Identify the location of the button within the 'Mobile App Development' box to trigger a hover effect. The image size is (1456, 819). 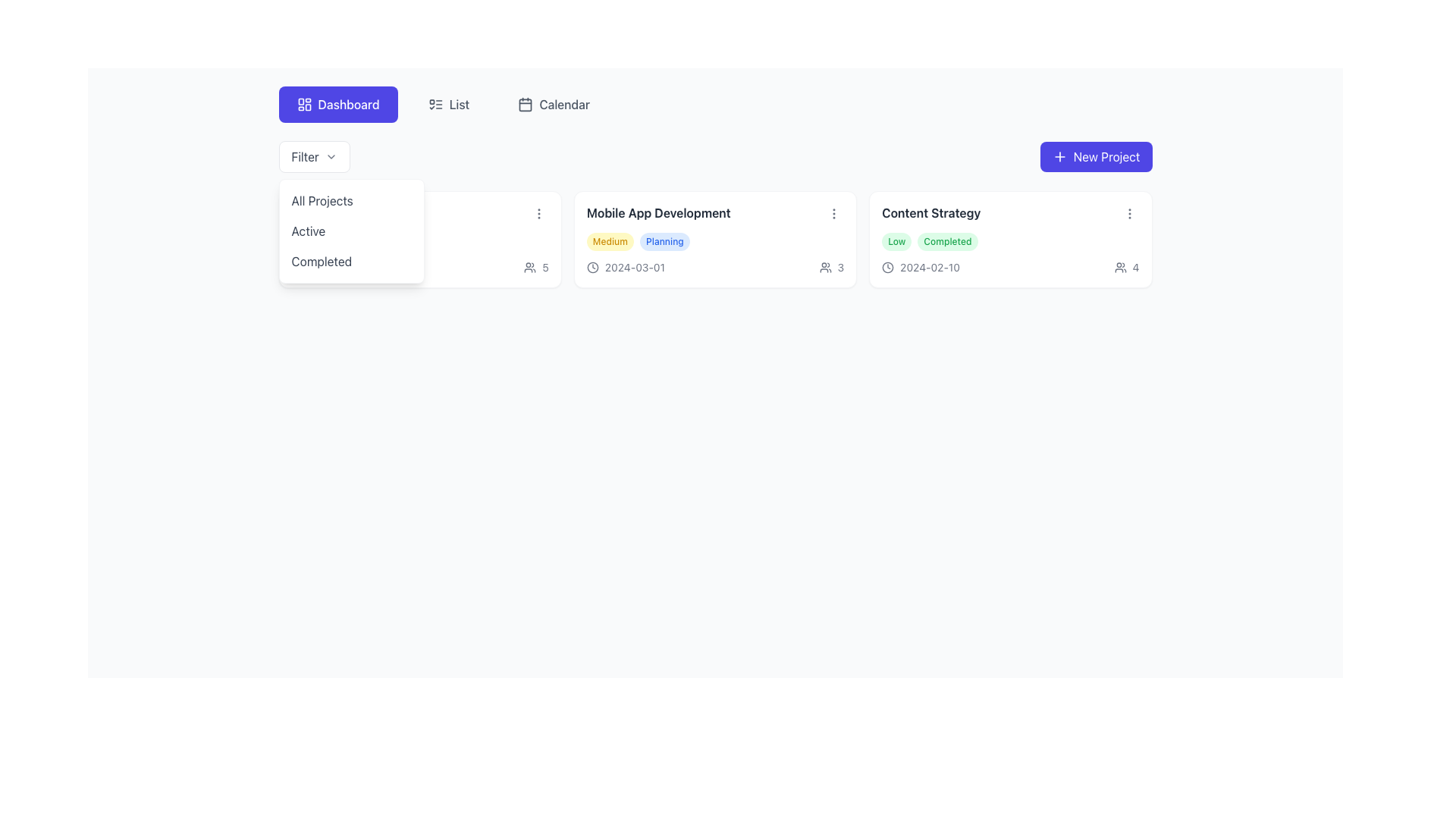
(833, 213).